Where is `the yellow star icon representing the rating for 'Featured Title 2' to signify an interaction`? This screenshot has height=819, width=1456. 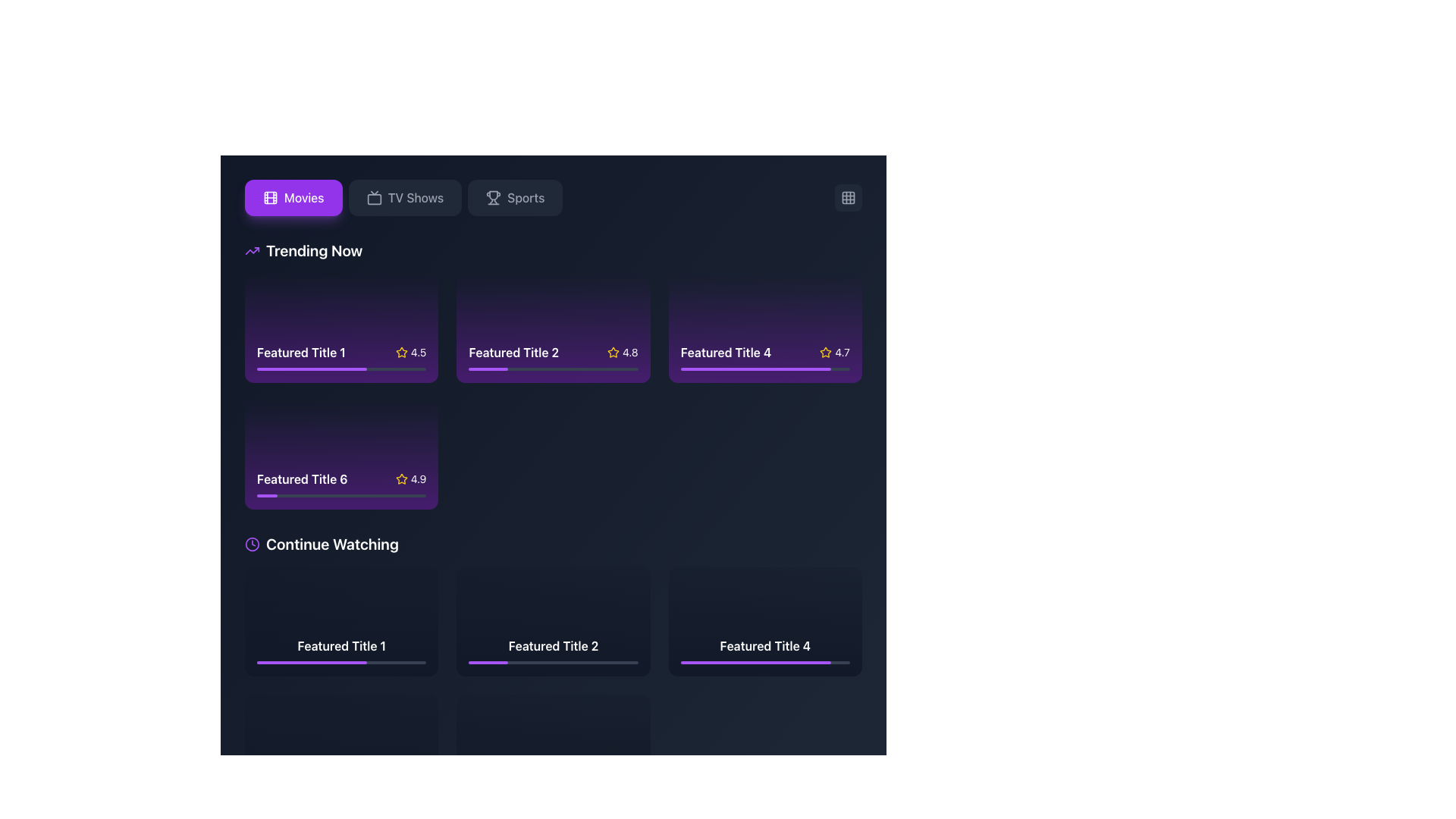 the yellow star icon representing the rating for 'Featured Title 2' to signify an interaction is located at coordinates (613, 352).